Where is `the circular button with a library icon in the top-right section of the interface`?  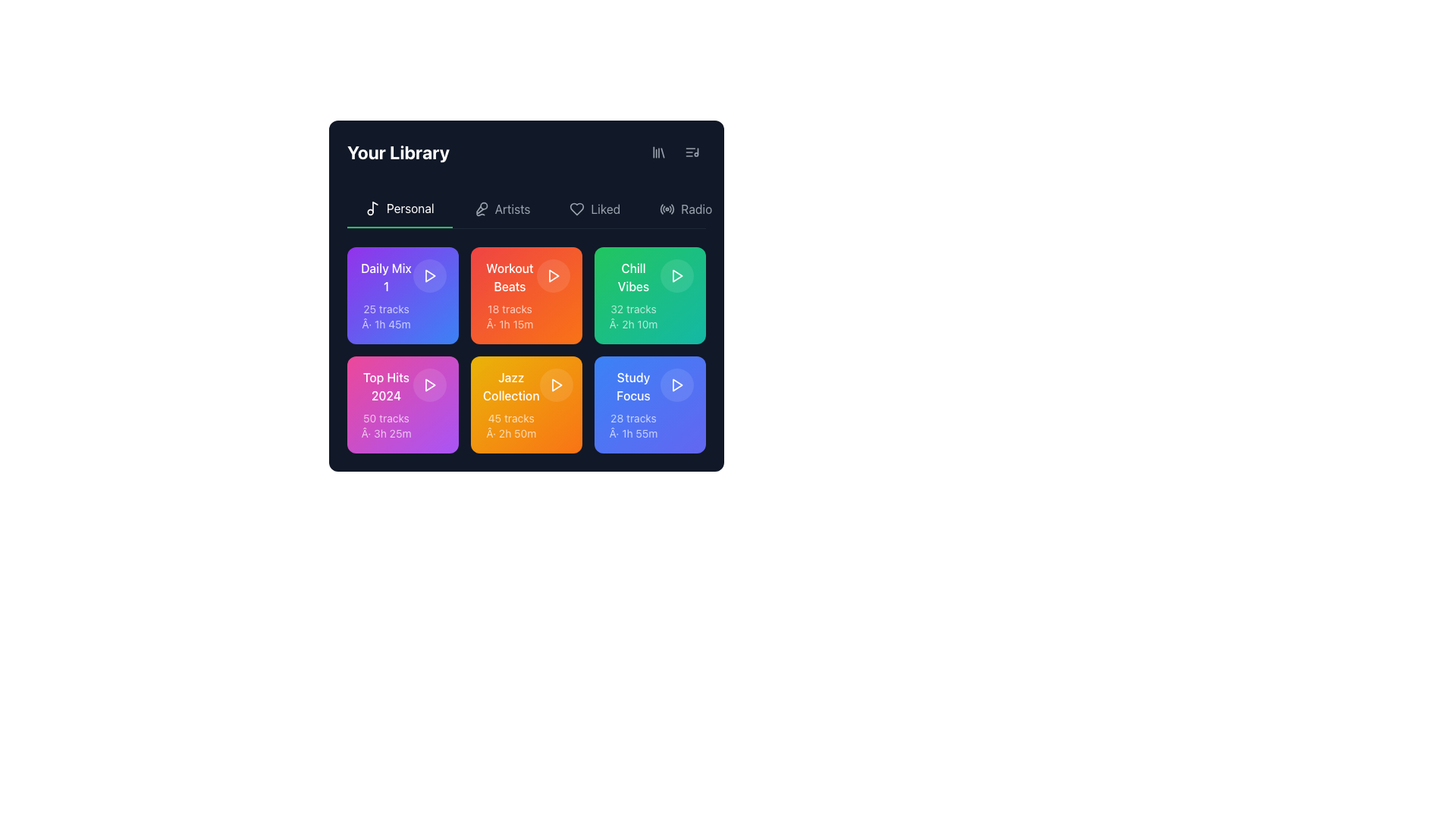
the circular button with a library icon in the top-right section of the interface is located at coordinates (658, 152).